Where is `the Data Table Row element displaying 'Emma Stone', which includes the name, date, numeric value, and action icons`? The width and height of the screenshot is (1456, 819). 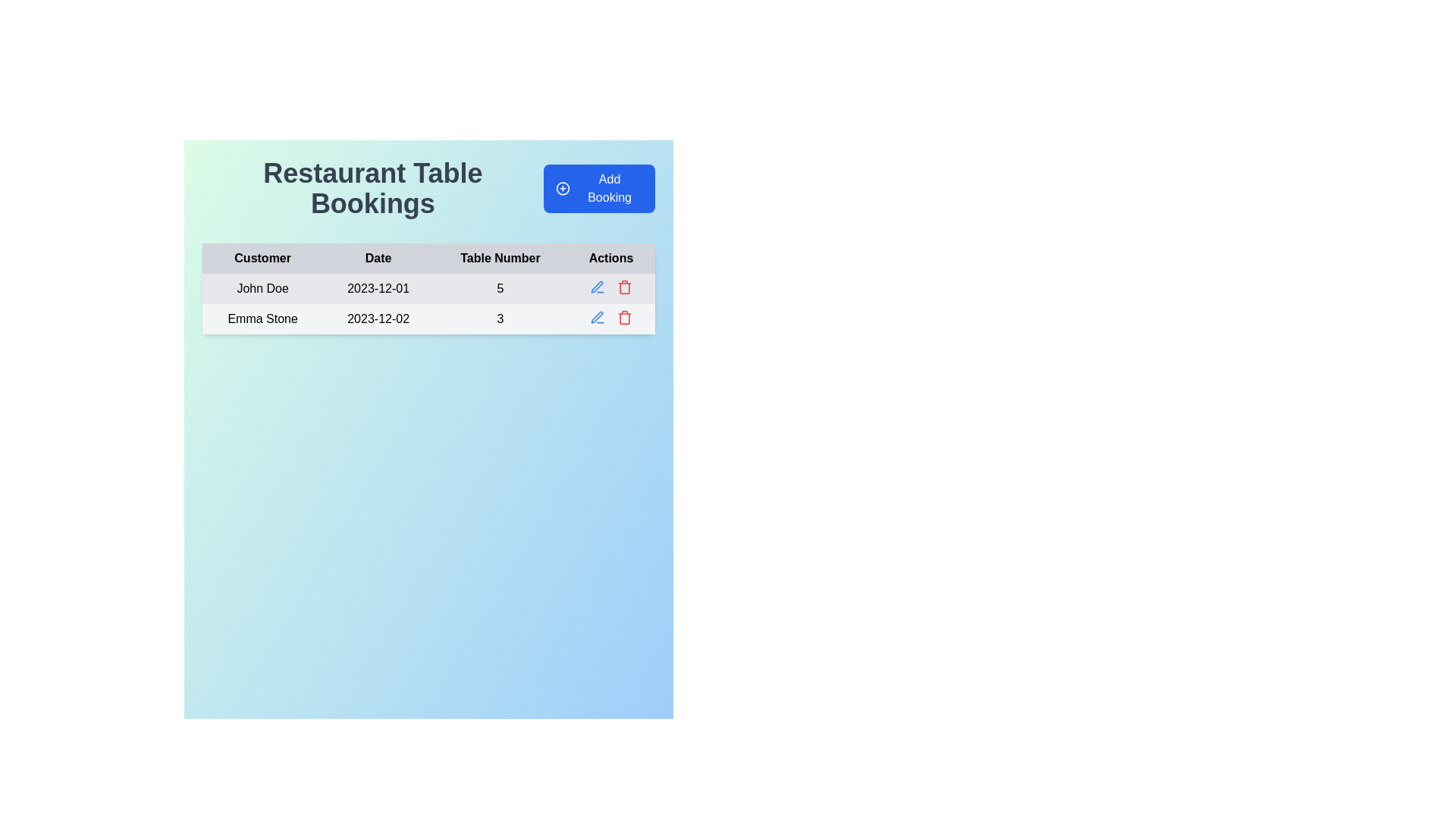
the Data Table Row element displaying 'Emma Stone', which includes the name, date, numeric value, and action icons is located at coordinates (428, 318).